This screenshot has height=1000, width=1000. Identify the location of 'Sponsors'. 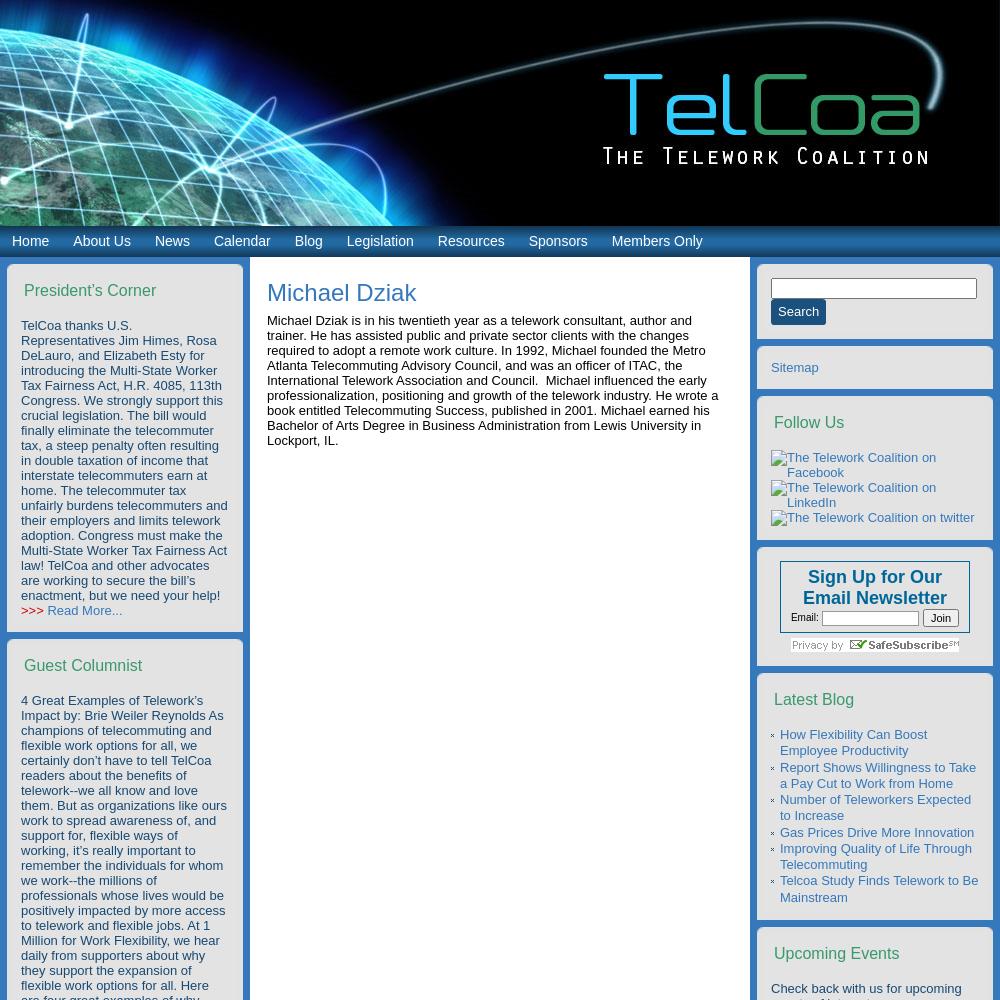
(557, 240).